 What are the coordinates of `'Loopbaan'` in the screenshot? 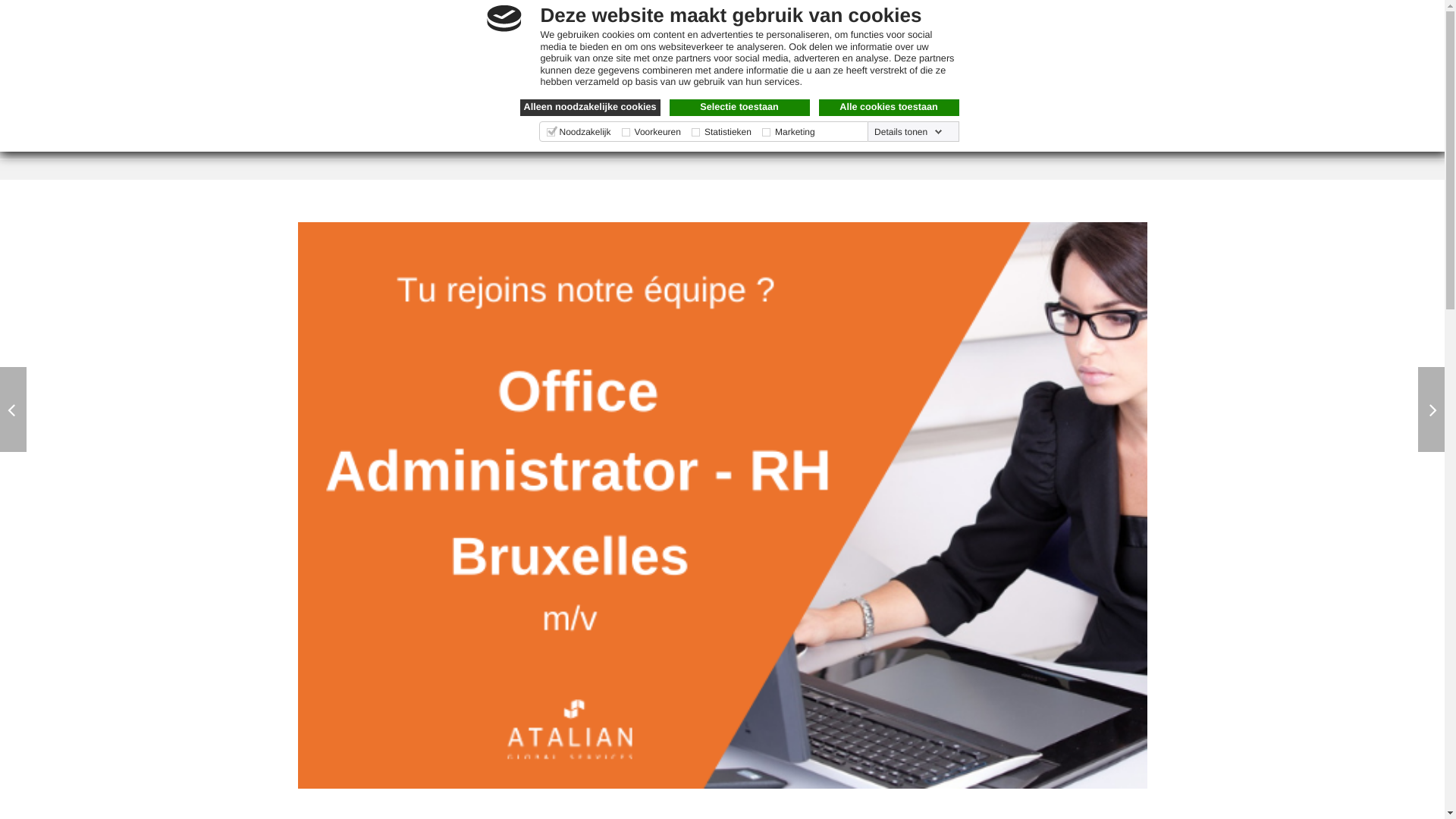 It's located at (888, 55).